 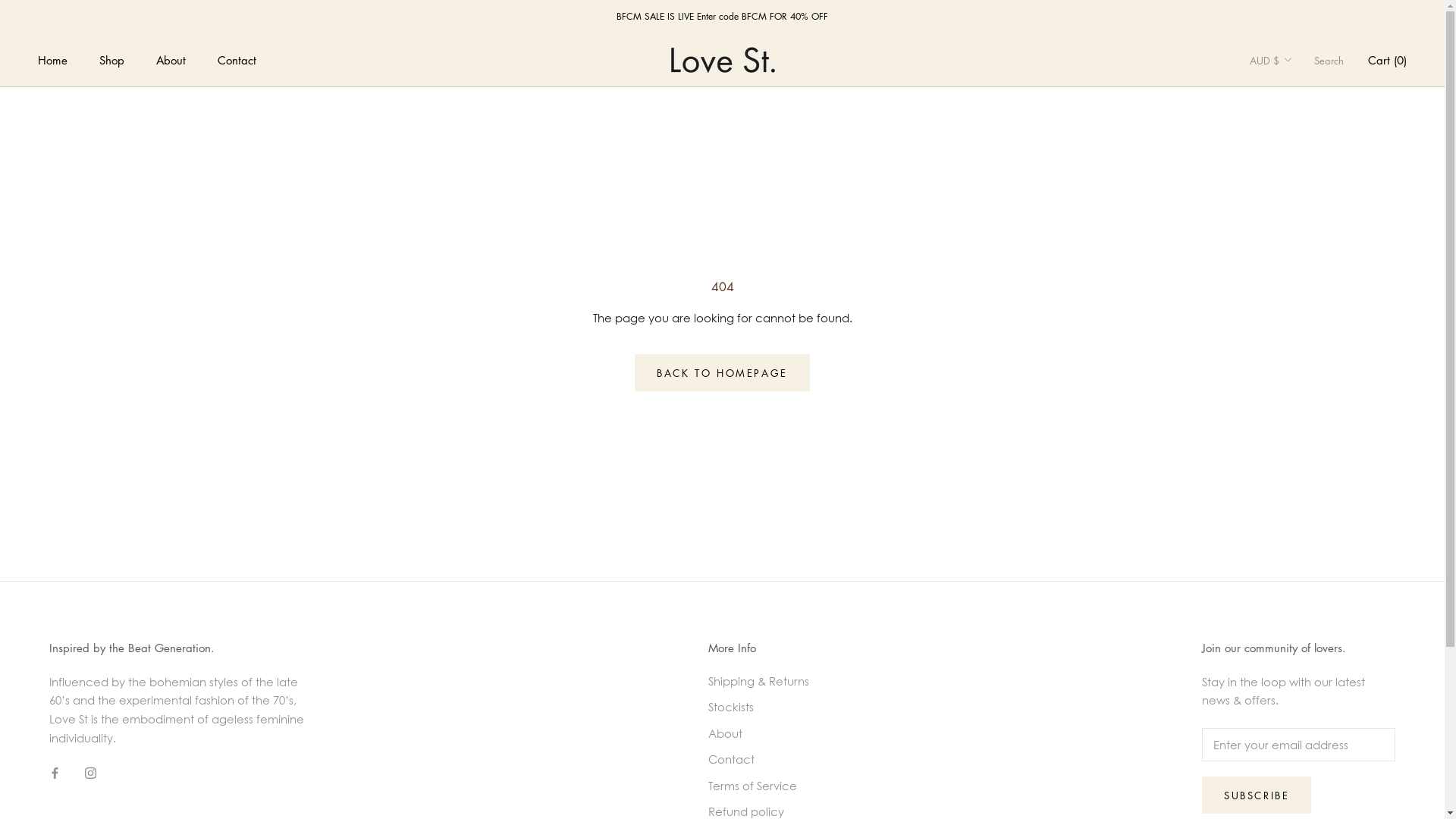 What do you see at coordinates (1294, 595) in the screenshot?
I see `'CNY'` at bounding box center [1294, 595].